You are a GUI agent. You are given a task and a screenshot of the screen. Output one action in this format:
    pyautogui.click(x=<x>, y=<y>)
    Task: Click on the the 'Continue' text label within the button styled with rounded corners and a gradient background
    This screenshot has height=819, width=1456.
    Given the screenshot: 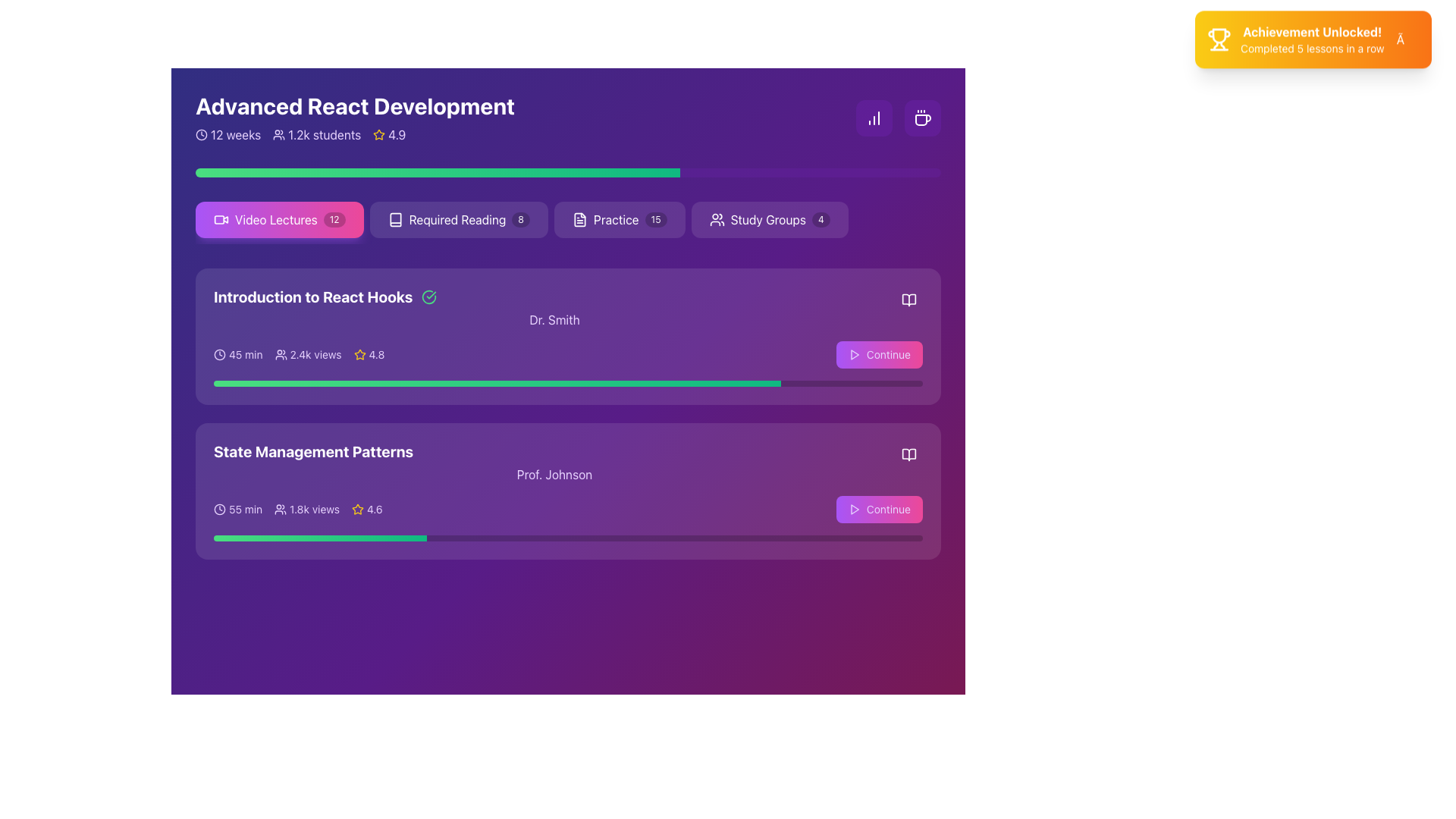 What is the action you would take?
    pyautogui.click(x=888, y=509)
    